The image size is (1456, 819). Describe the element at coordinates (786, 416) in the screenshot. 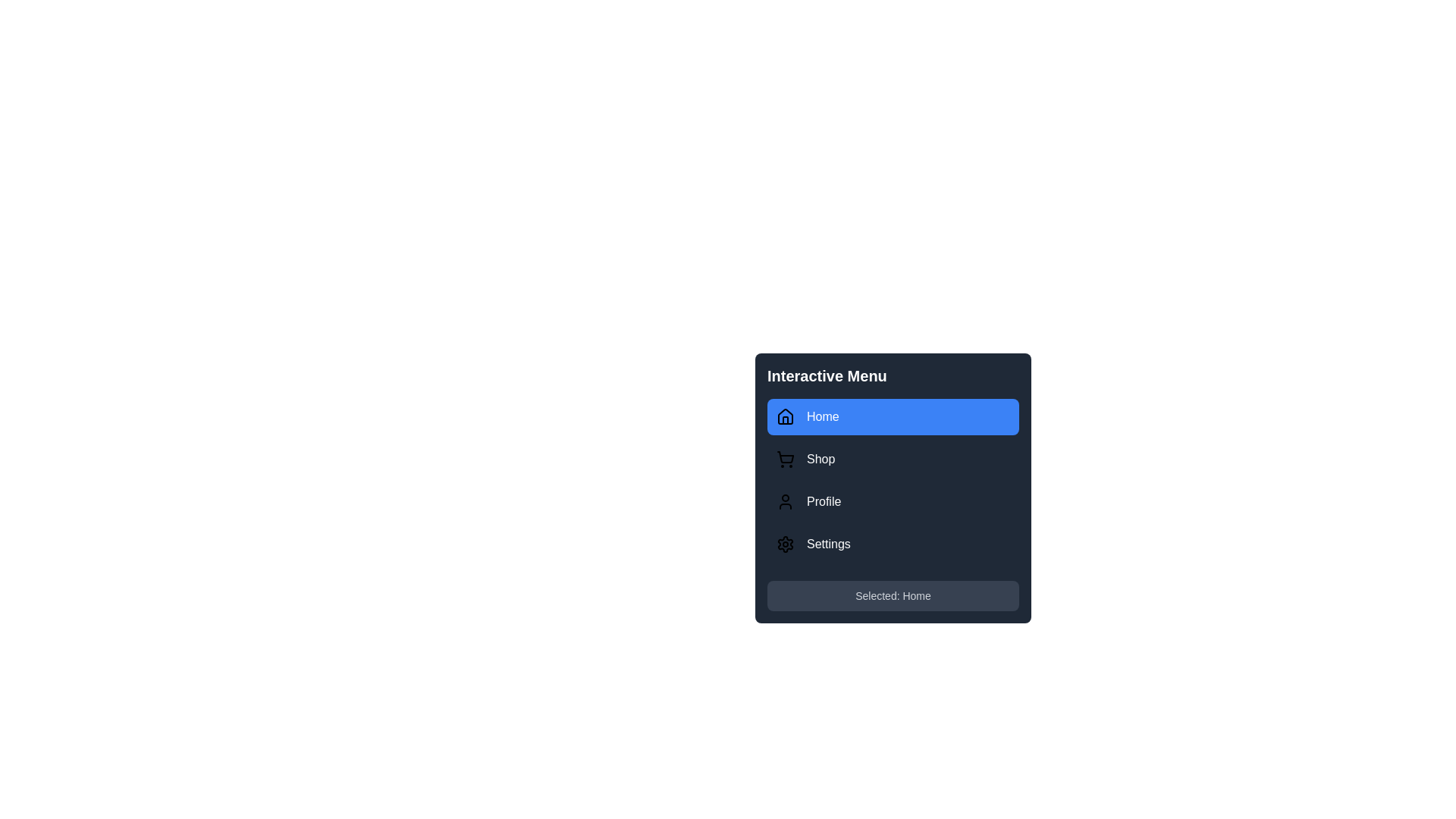

I see `the minimalistic house-shaped SVG icon located in the navigation menu, positioned left of the 'Home' text label` at that location.